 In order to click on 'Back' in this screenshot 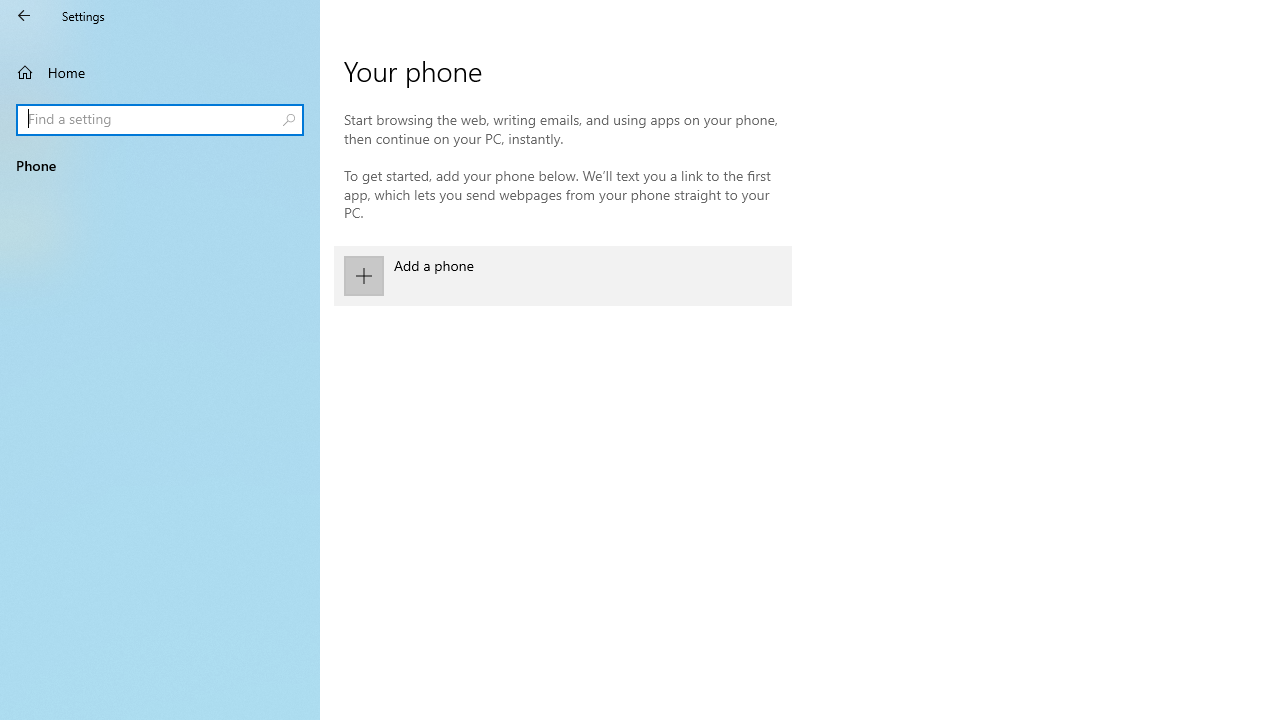, I will do `click(24, 15)`.